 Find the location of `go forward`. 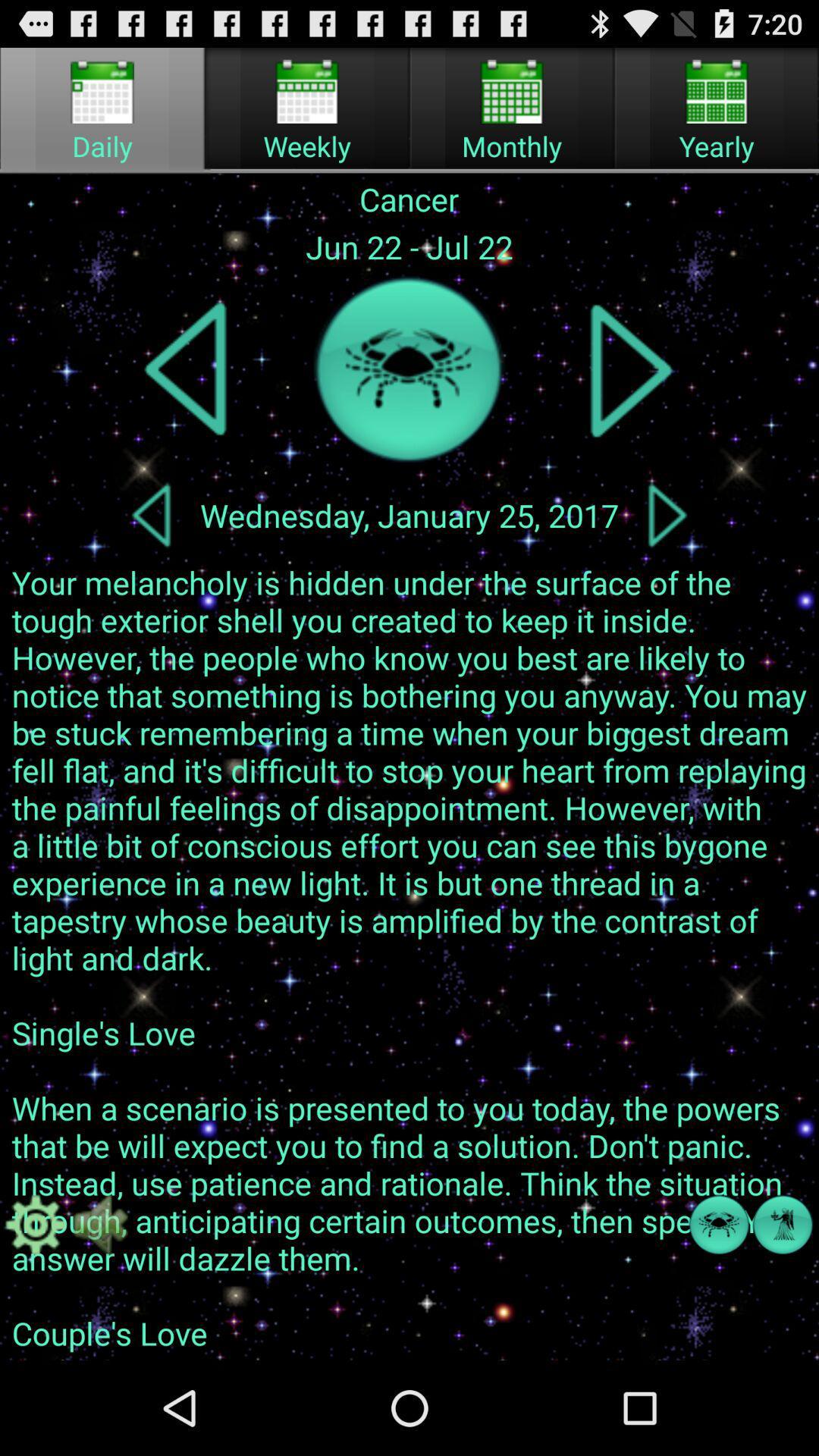

go forward is located at coordinates (631, 369).